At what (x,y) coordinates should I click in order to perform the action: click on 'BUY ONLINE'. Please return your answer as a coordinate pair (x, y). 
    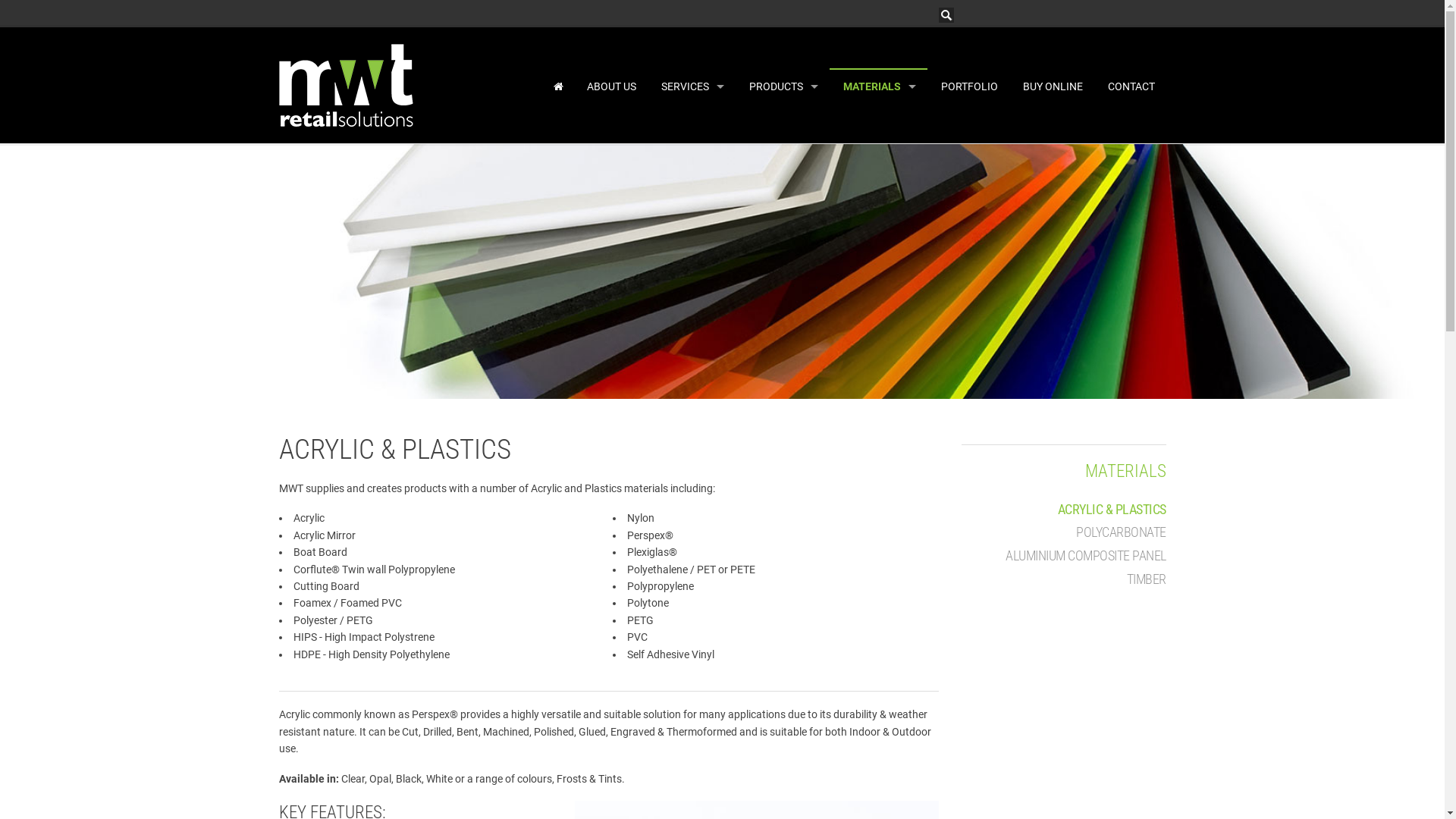
    Looking at the image, I should click on (1050, 86).